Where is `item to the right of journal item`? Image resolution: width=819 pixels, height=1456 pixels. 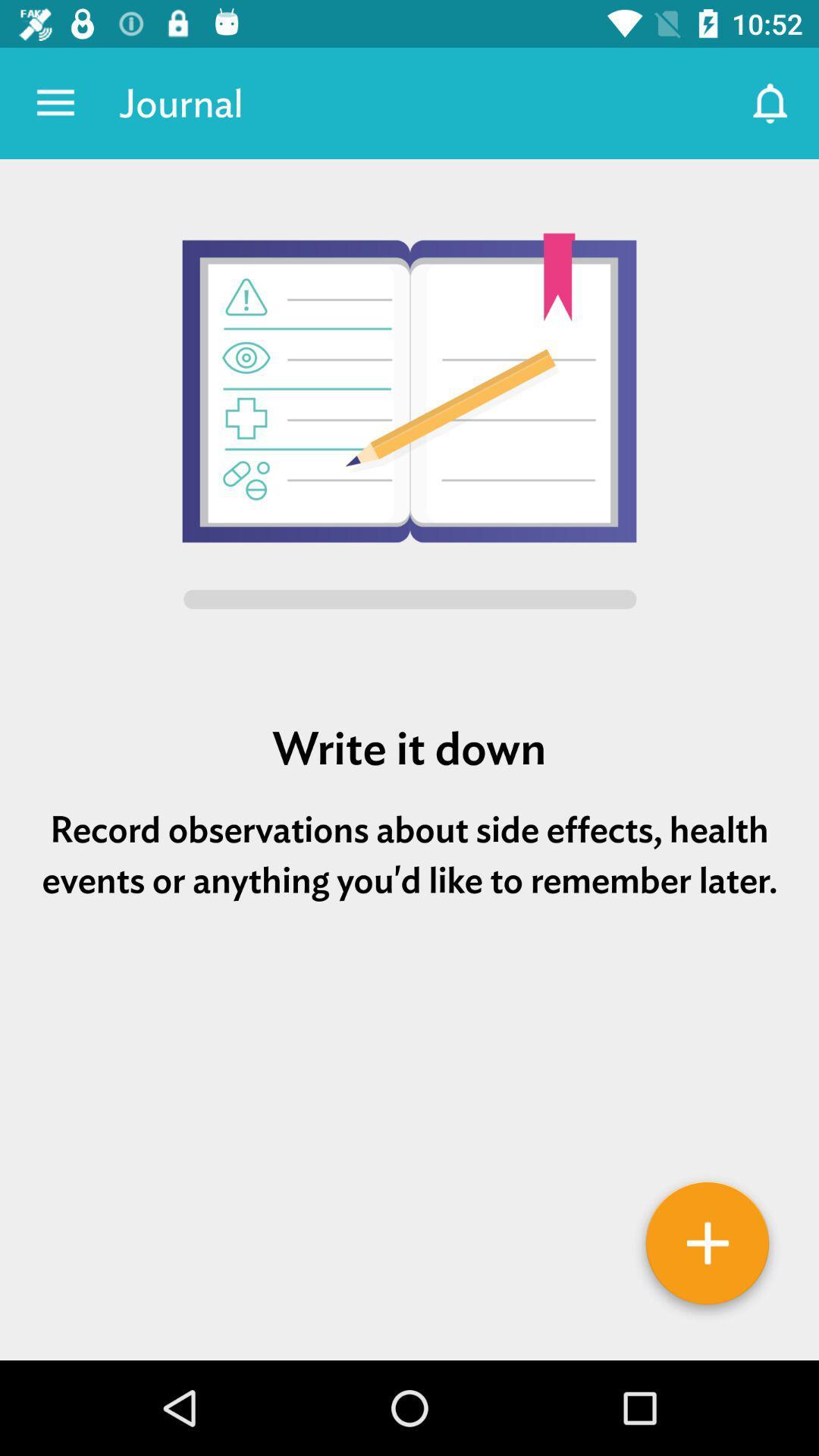
item to the right of journal item is located at coordinates (771, 102).